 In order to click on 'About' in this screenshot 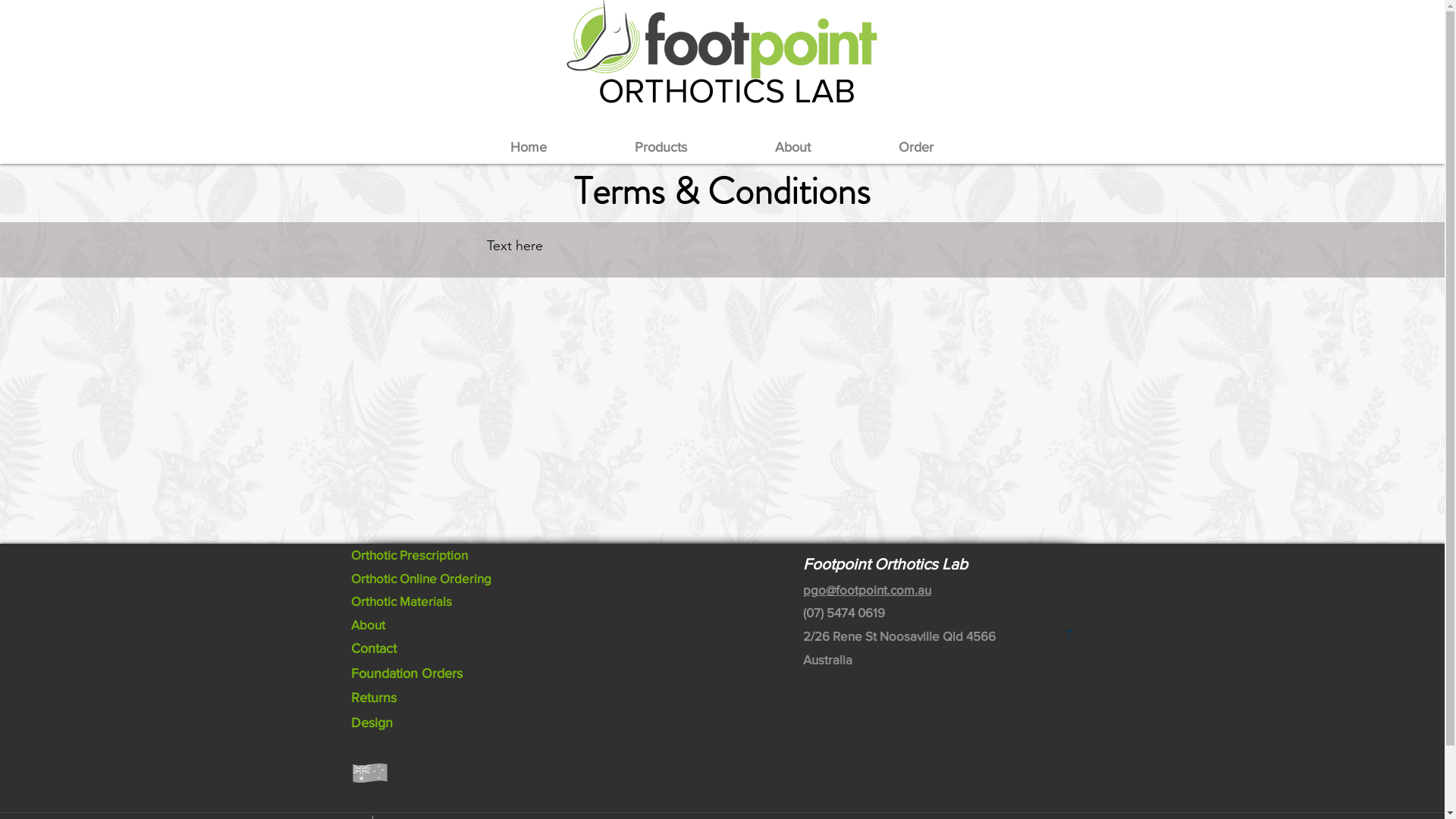, I will do `click(367, 624)`.